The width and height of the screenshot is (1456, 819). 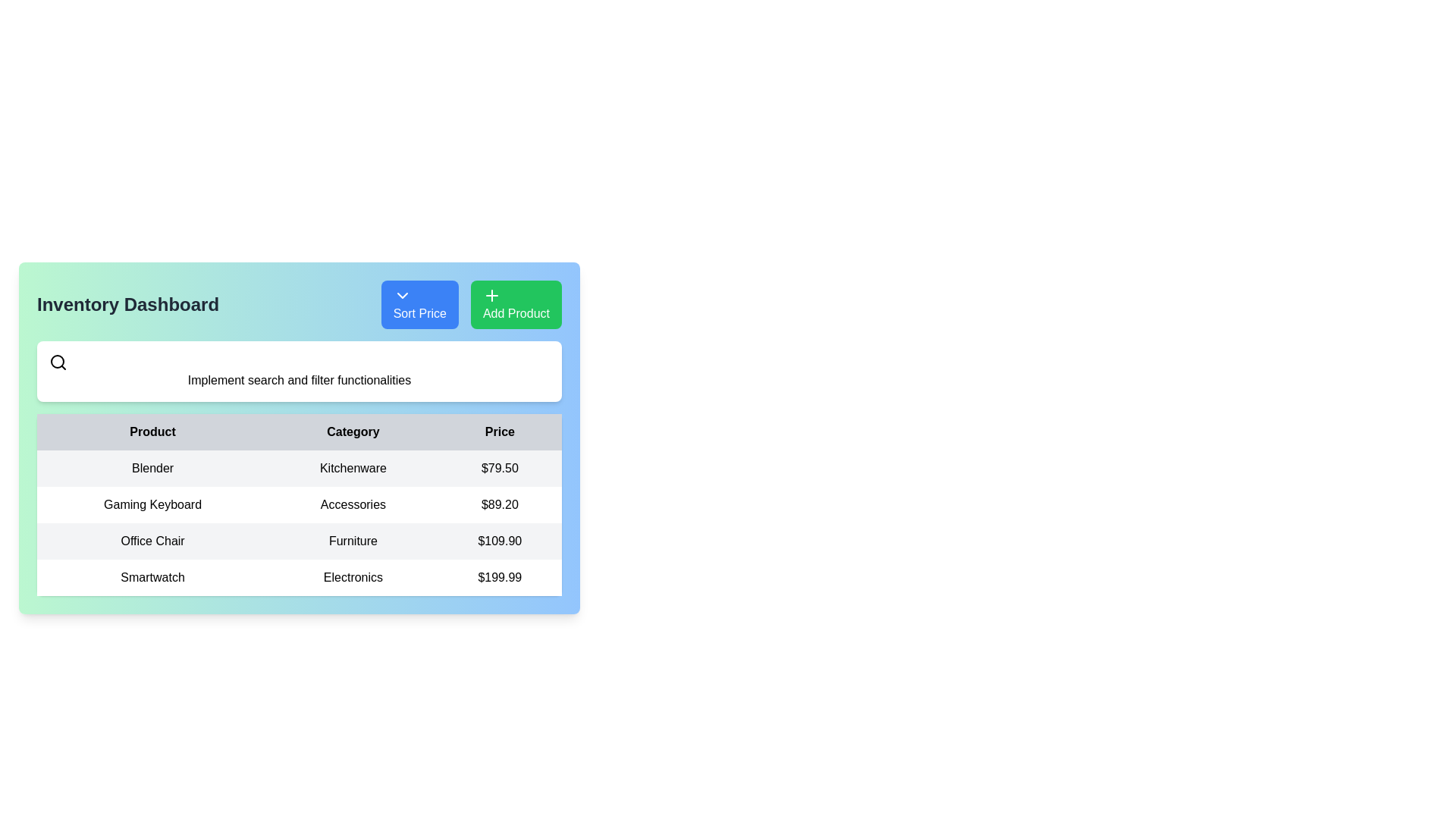 I want to click on the static text label in the 'Category' column of the second row in the table, which specifies the product classification, so click(x=352, y=505).